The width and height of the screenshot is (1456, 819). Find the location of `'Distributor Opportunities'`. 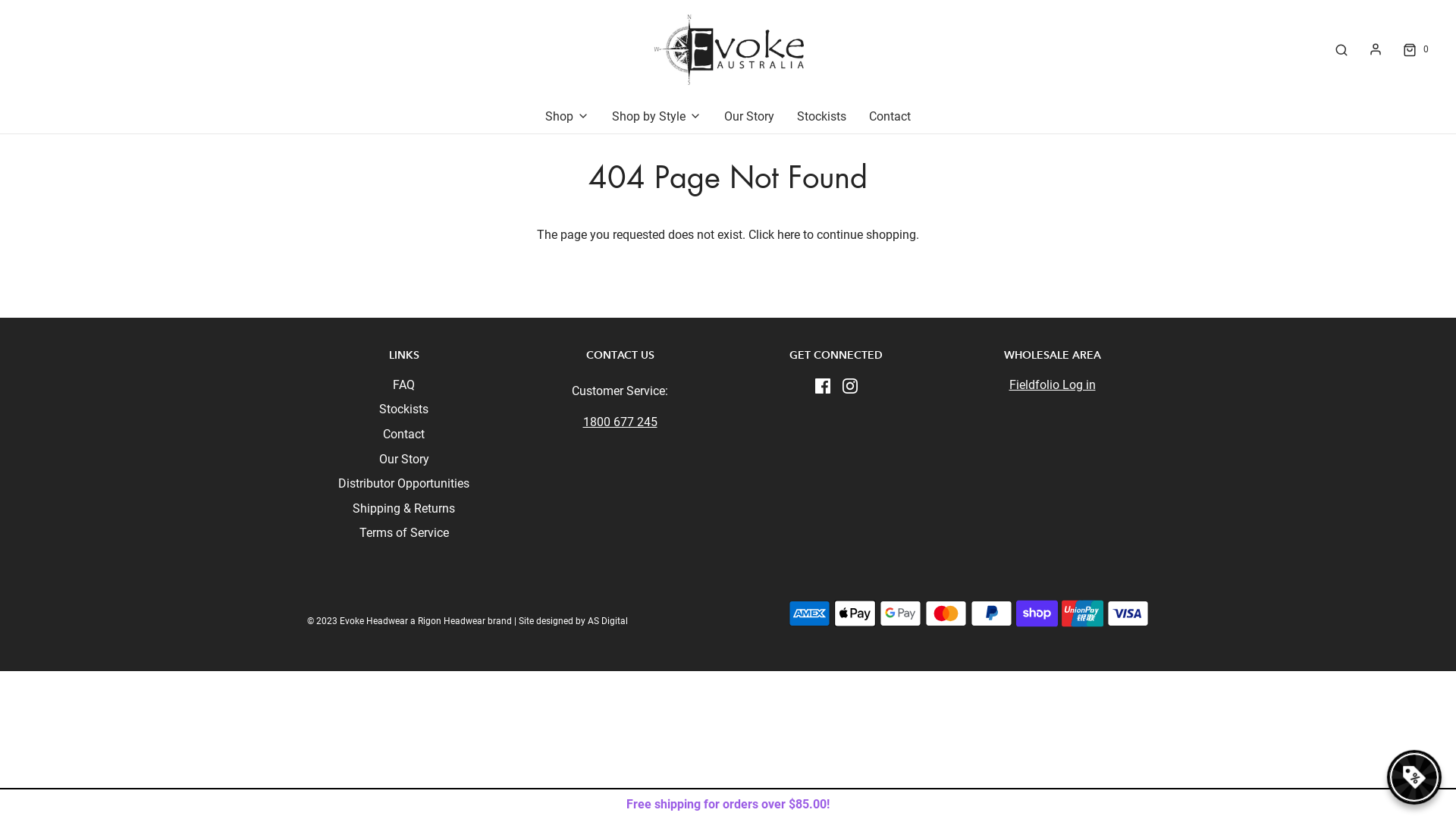

'Distributor Opportunities' is located at coordinates (337, 486).